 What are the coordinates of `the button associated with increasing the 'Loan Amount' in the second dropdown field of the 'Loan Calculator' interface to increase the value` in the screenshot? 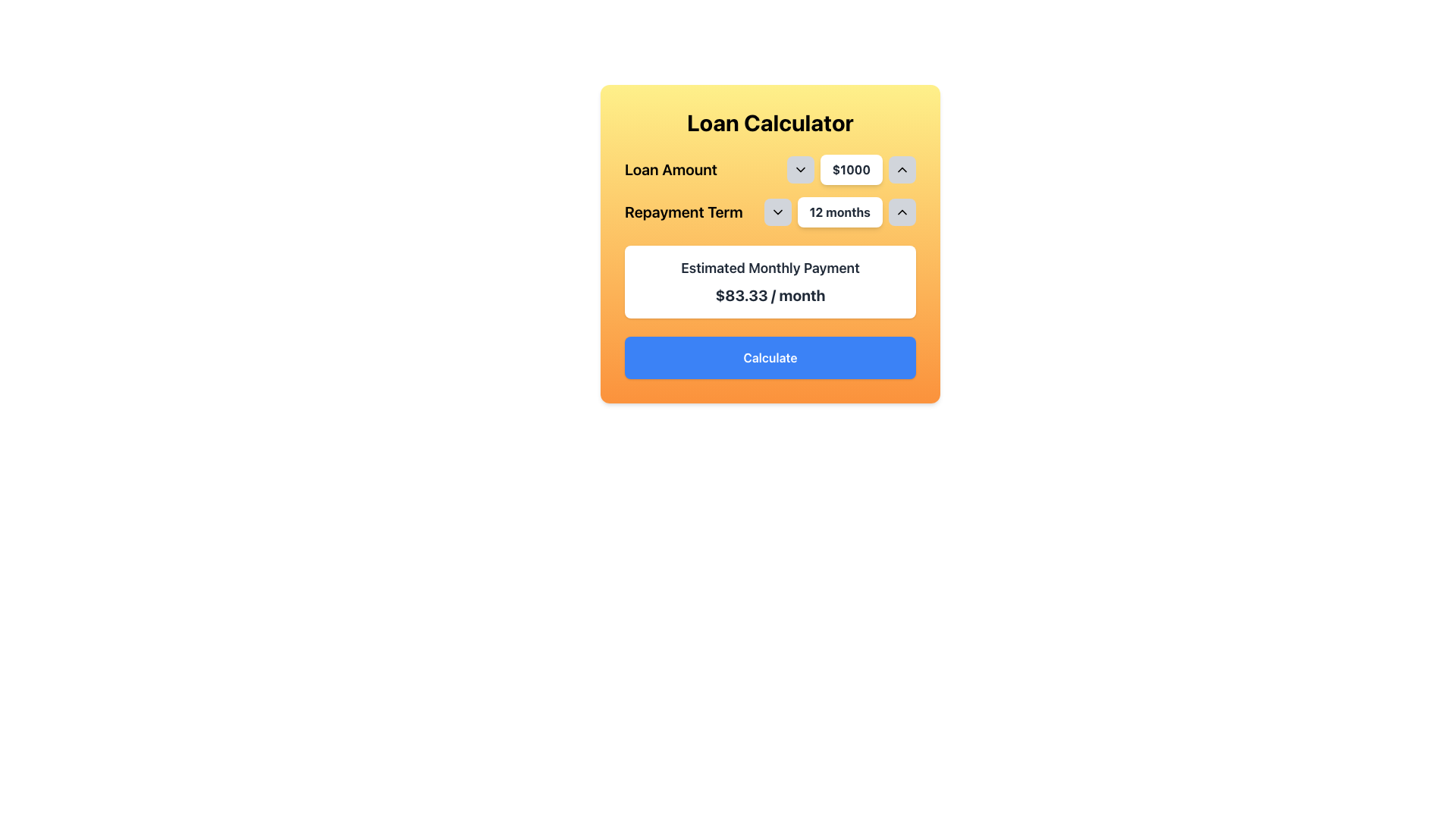 It's located at (902, 169).